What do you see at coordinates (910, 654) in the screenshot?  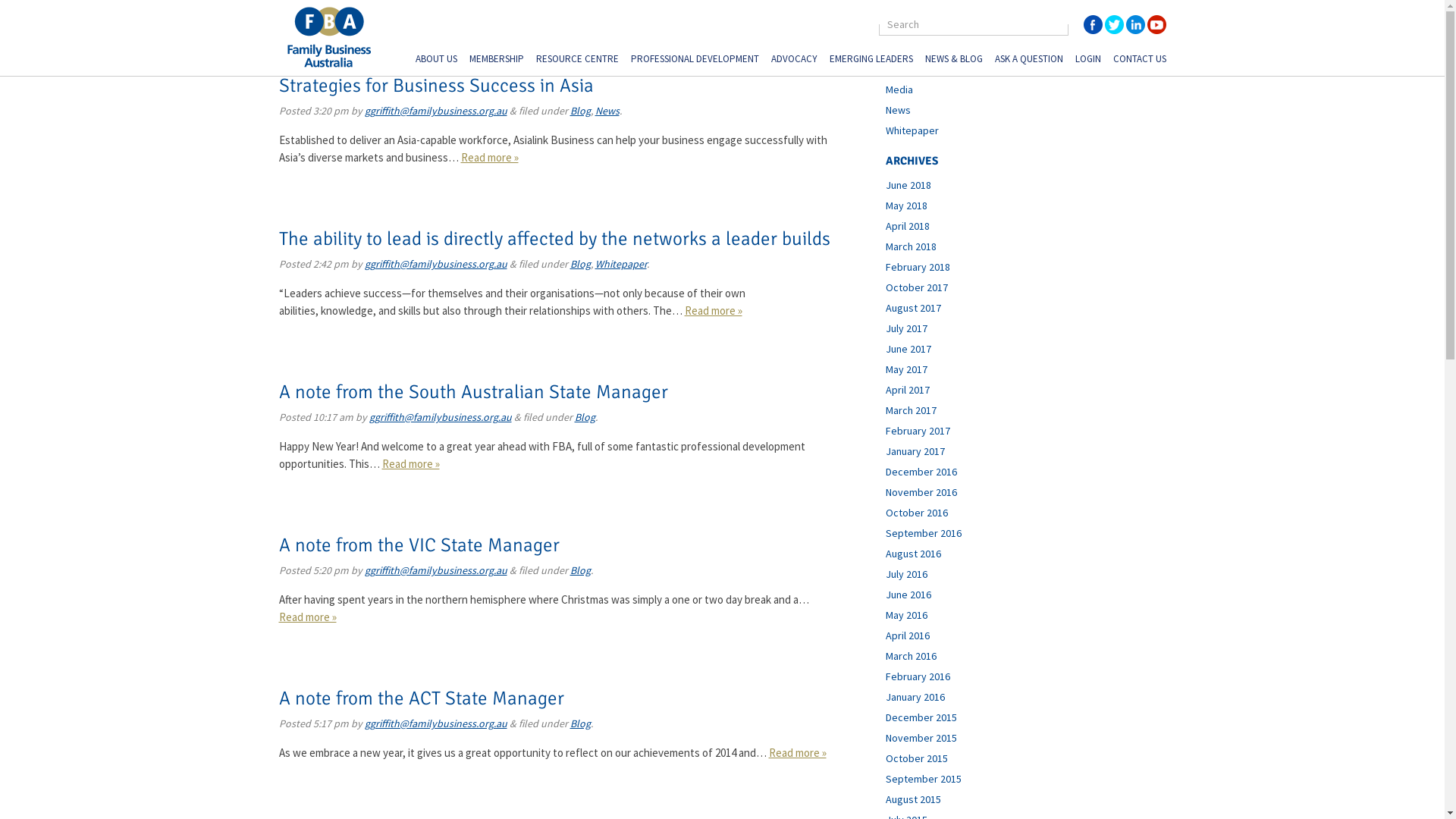 I see `'March 2016'` at bounding box center [910, 654].